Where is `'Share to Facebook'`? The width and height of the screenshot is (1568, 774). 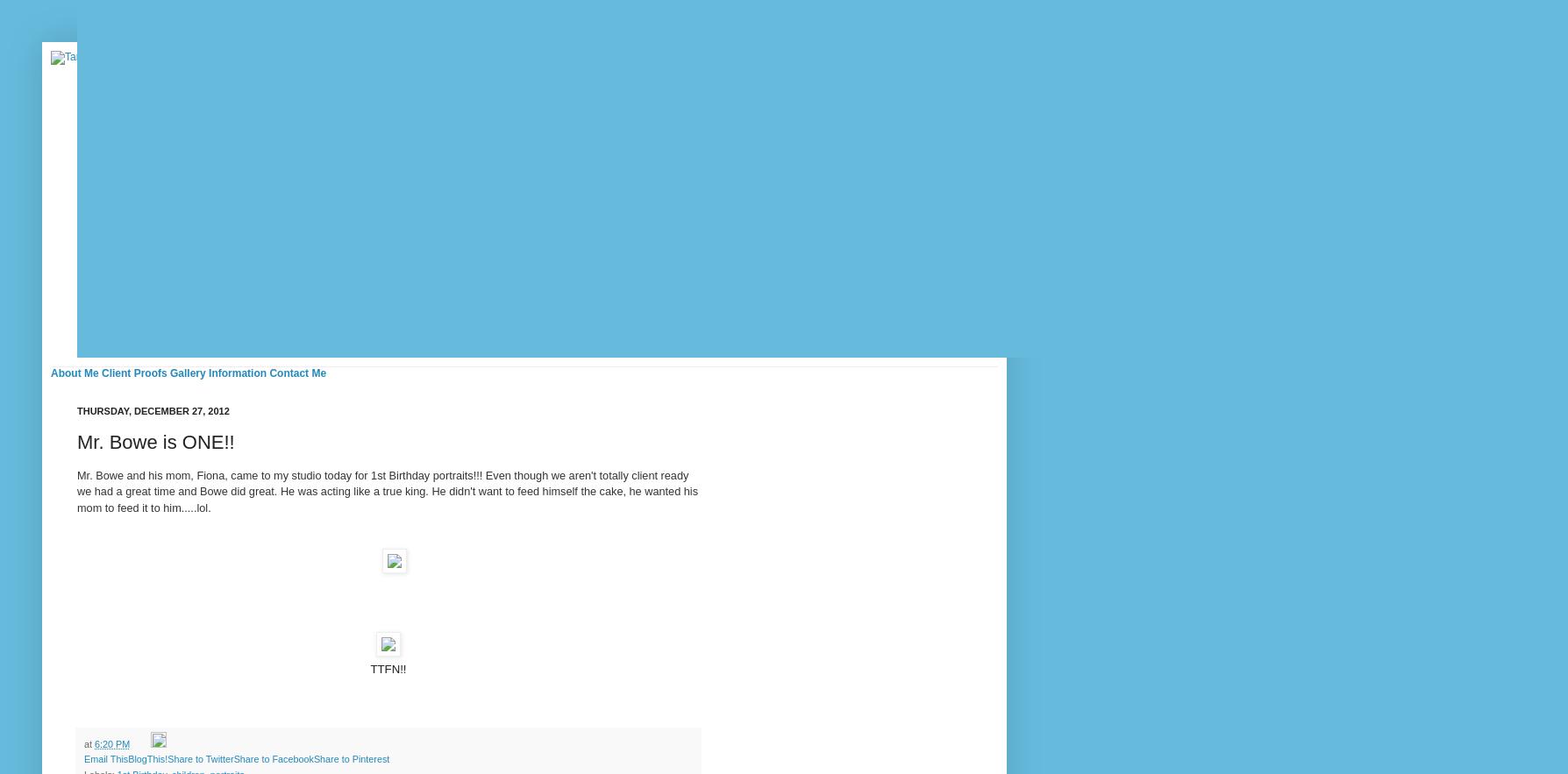 'Share to Facebook' is located at coordinates (272, 757).